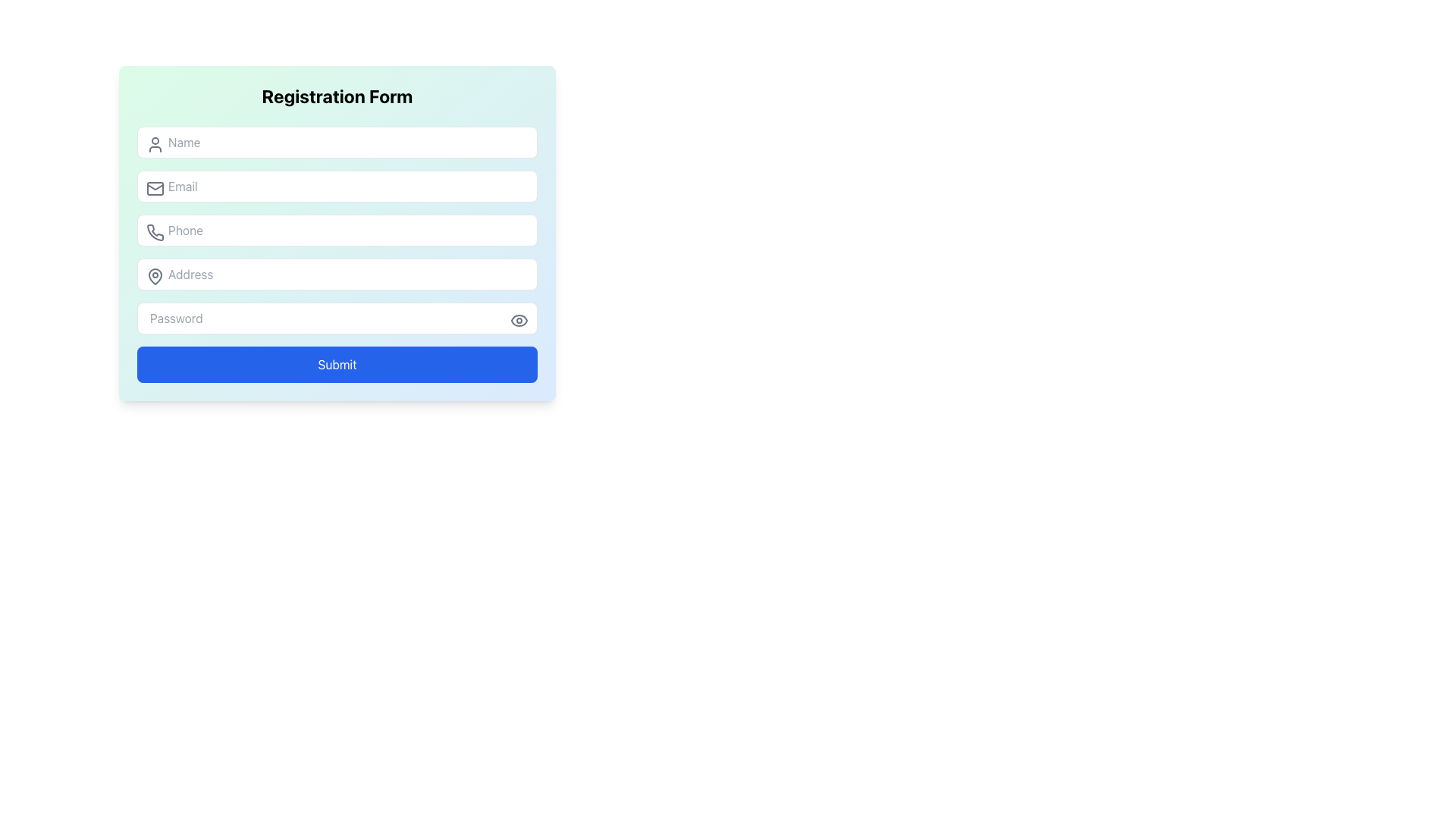 This screenshot has width=1456, height=819. I want to click on the email input field located below the 'Name' input field and above the 'Phone' input field, so click(337, 186).